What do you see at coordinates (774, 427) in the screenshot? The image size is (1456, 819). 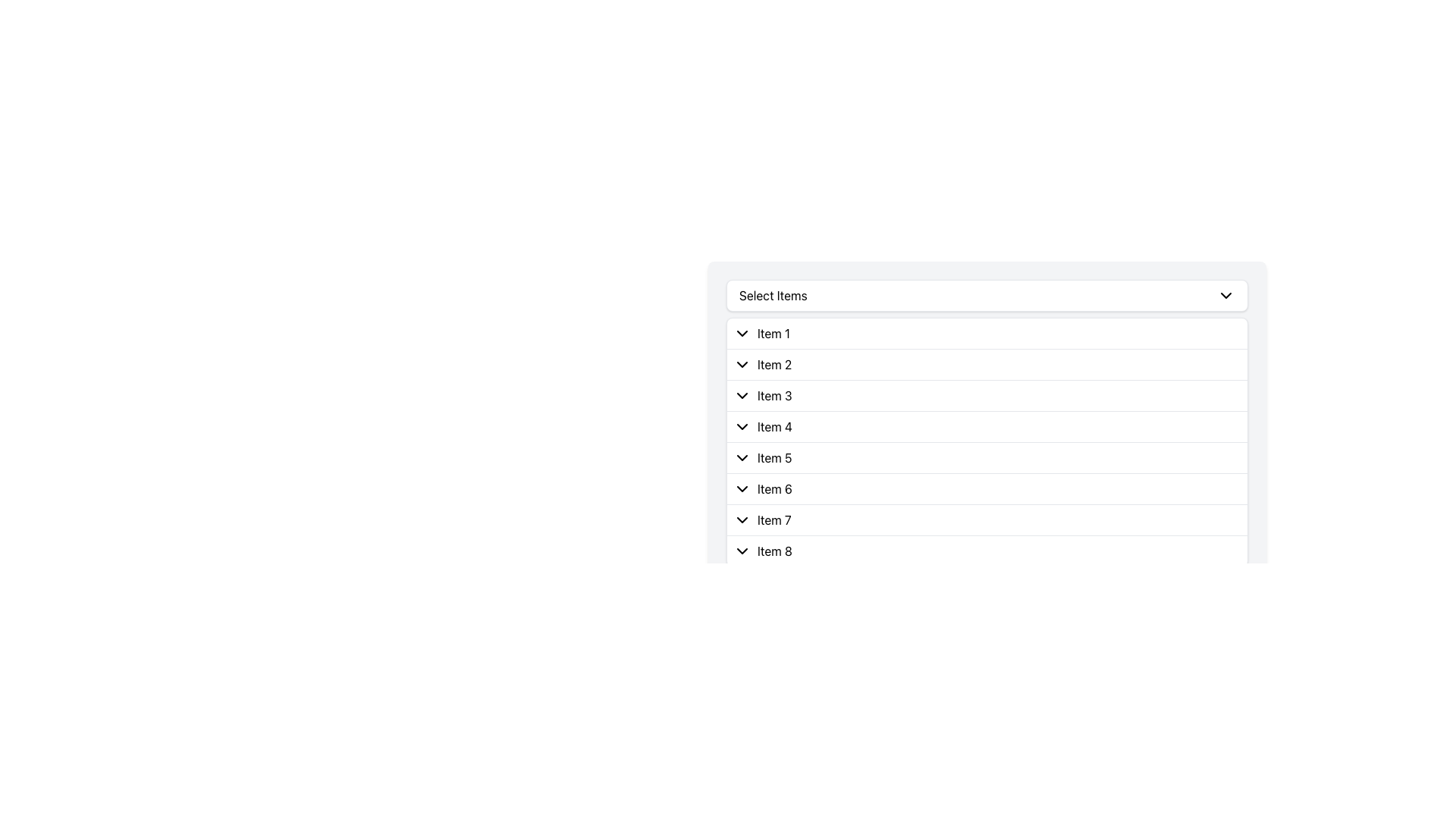 I see `the fourth item label in the dropdown list` at bounding box center [774, 427].